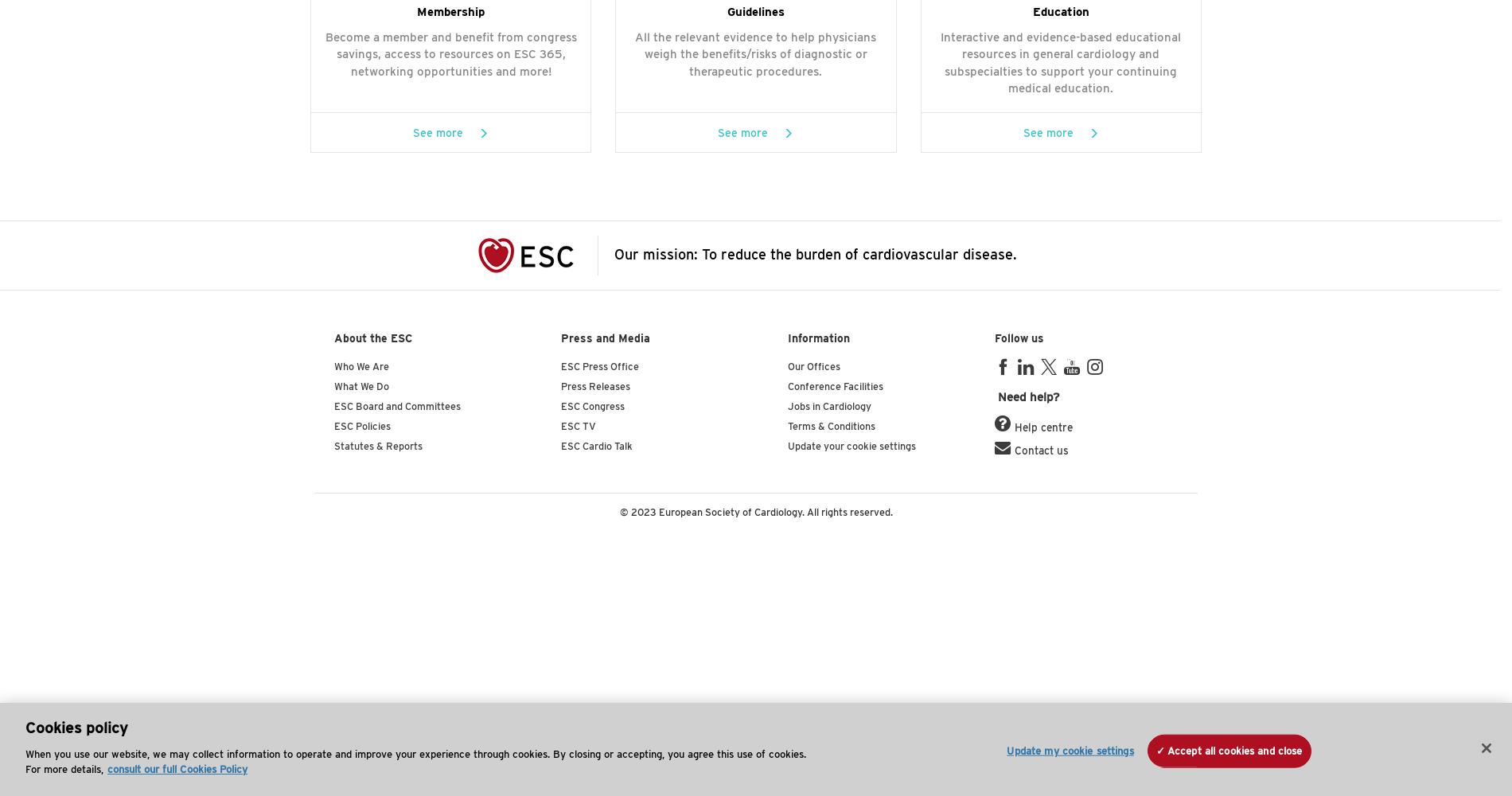 The width and height of the screenshot is (1512, 796). Describe the element at coordinates (819, 338) in the screenshot. I see `'Information'` at that location.